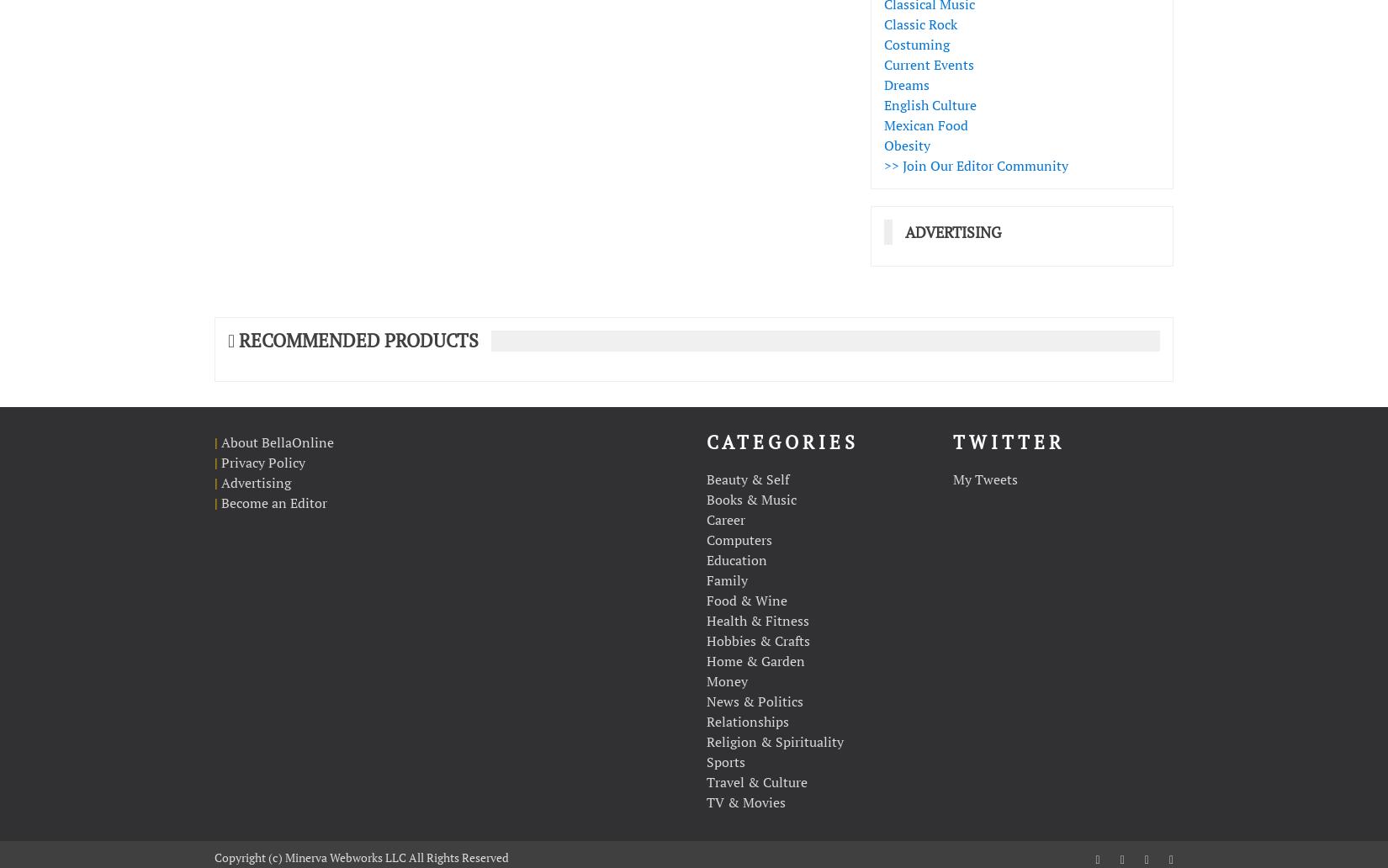 The width and height of the screenshot is (1388, 868). Describe the element at coordinates (758, 618) in the screenshot. I see `'Health & Fitness'` at that location.